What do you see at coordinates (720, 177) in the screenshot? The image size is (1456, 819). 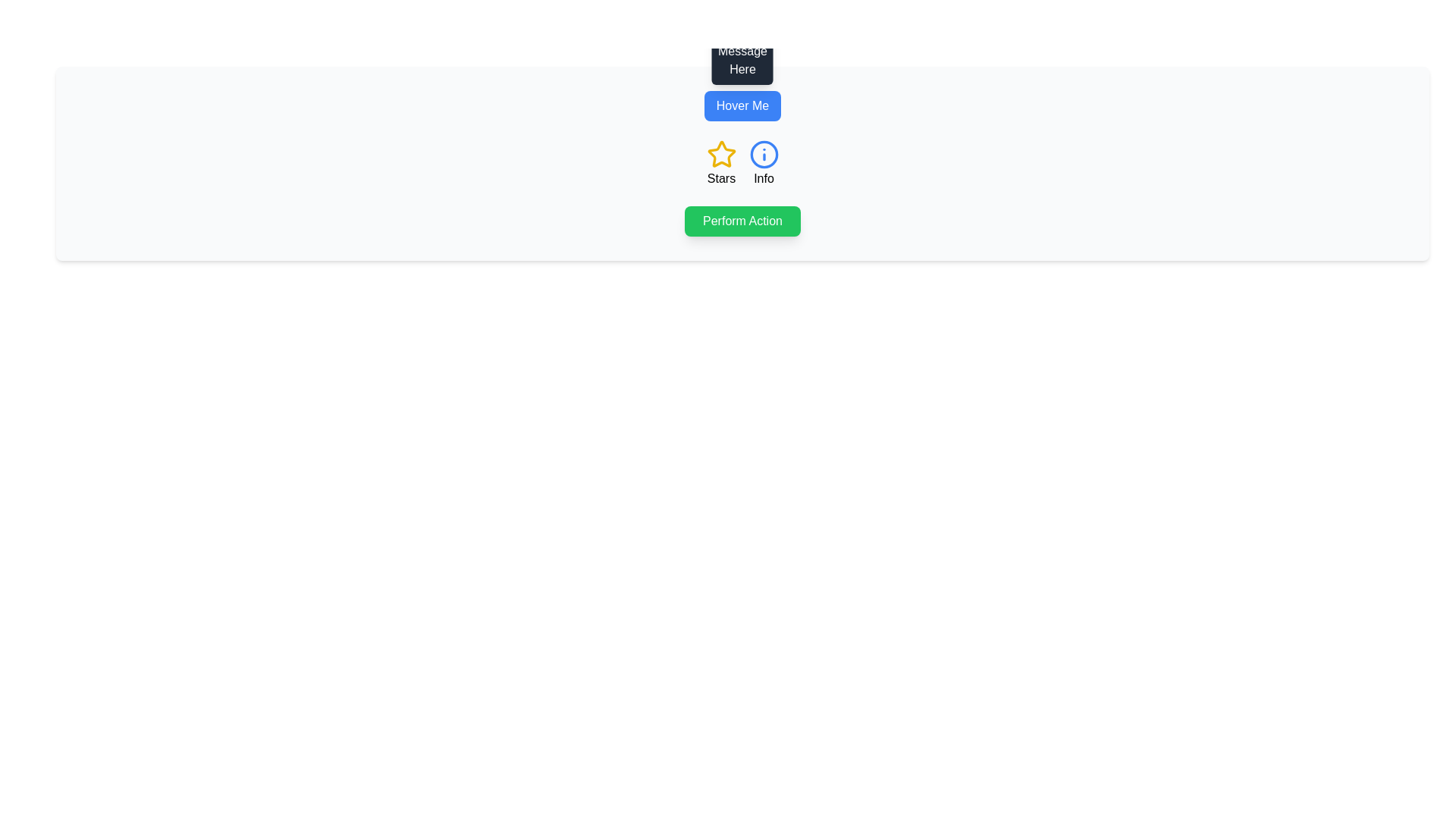 I see `the 'Stars' text label, which is black on a white background and positioned beneath a star icon in a vertical stack of elements` at bounding box center [720, 177].